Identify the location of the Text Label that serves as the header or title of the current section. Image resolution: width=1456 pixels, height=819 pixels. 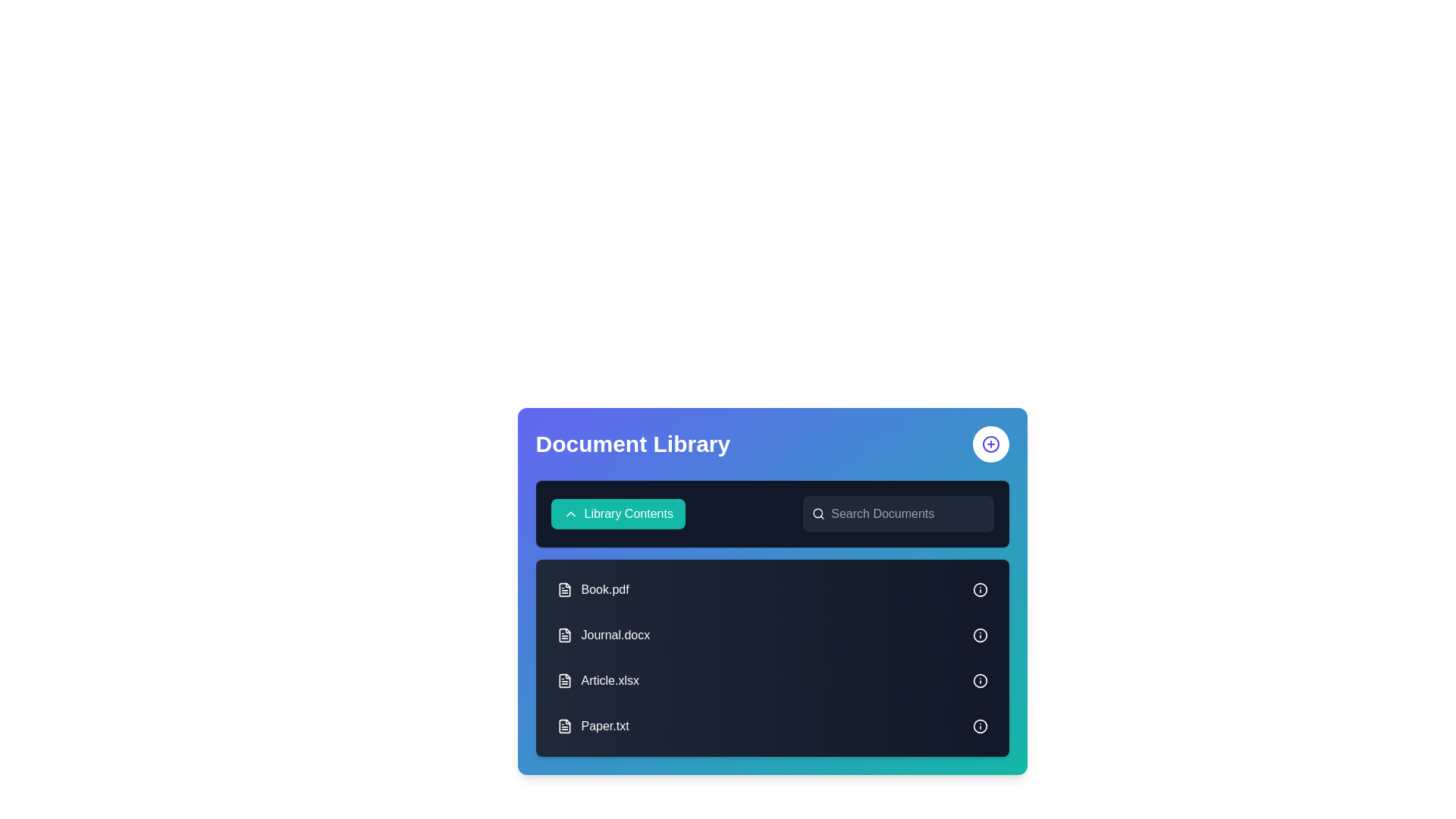
(632, 444).